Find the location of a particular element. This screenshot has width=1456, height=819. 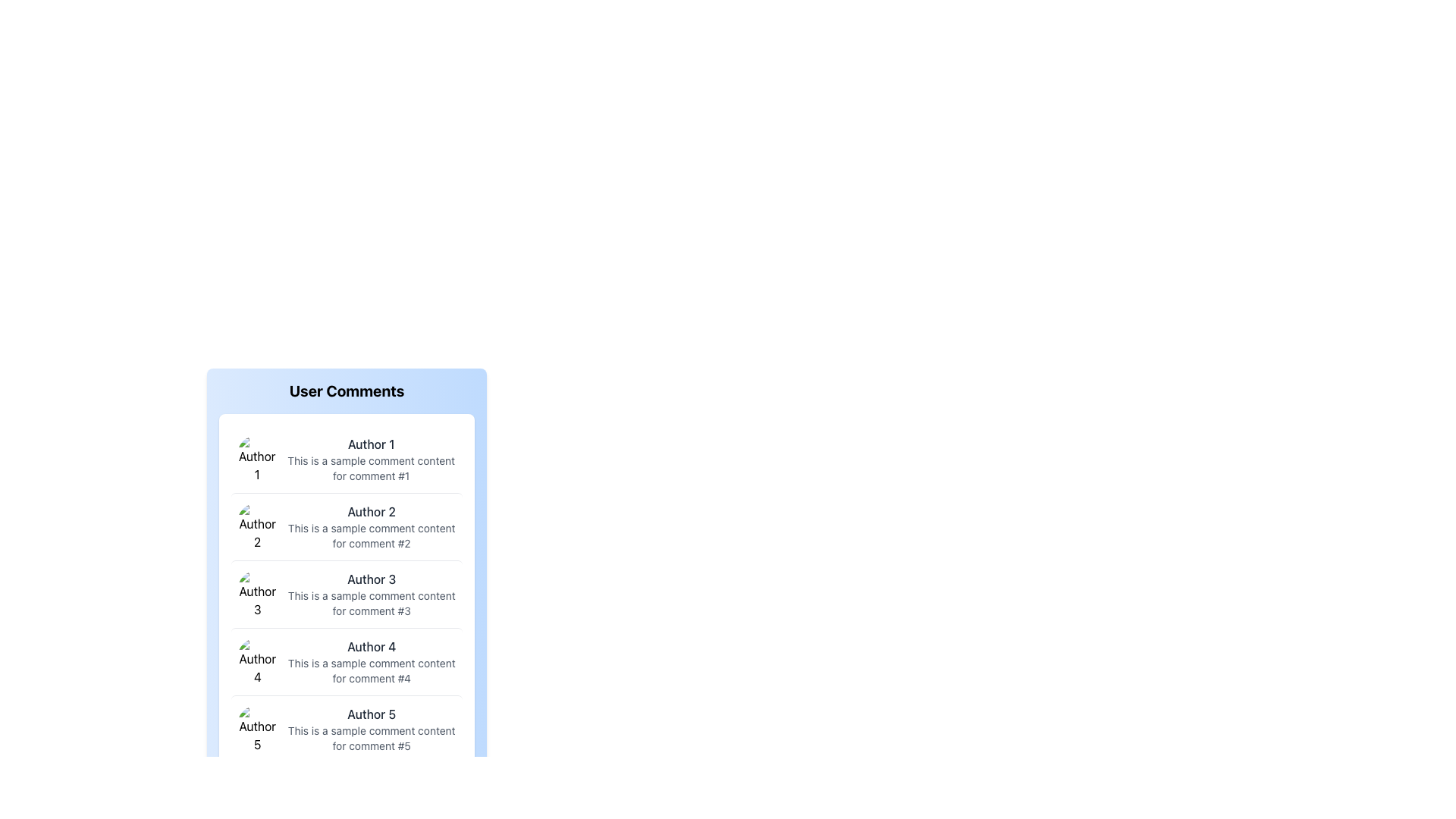

the third Comment item in the vertically stacked list of comments, which displays the author's name, avatar, and comment content is located at coordinates (346, 593).